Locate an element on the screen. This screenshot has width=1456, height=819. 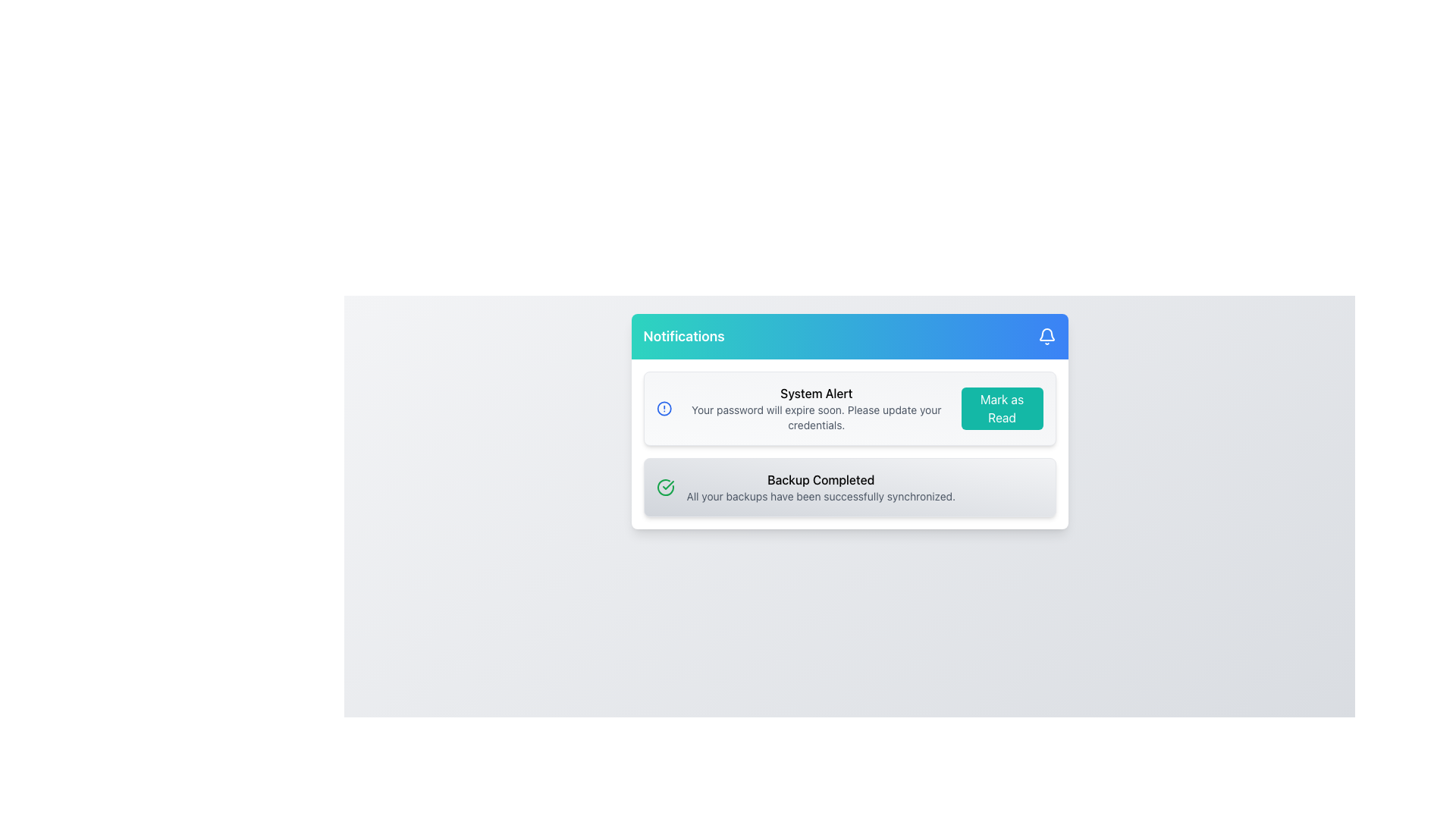
the 'System Alert' text label located in the top notification card of the Notifications interface, which is centered horizontally within the card is located at coordinates (815, 393).